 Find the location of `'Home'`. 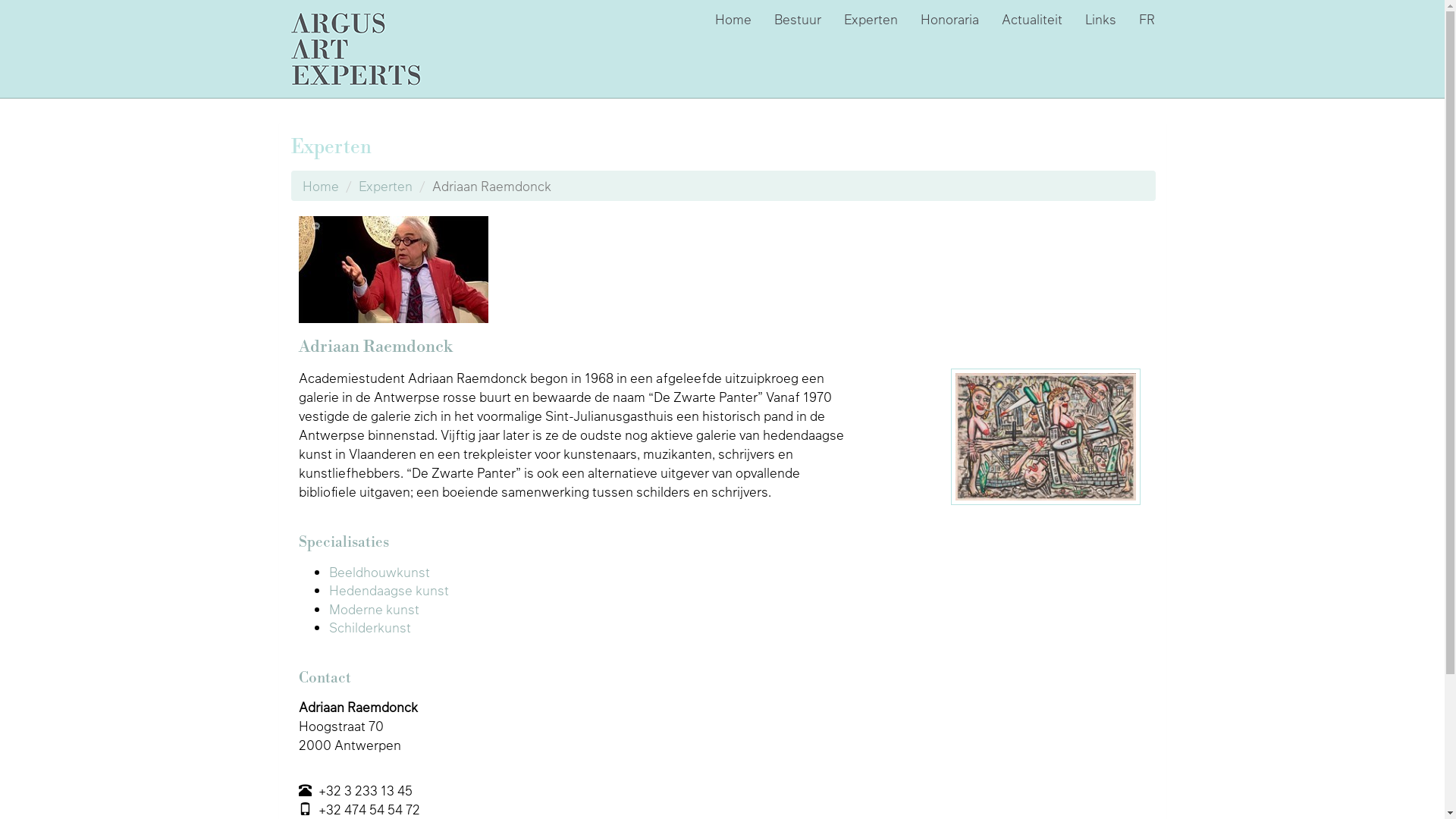

'Home' is located at coordinates (733, 18).